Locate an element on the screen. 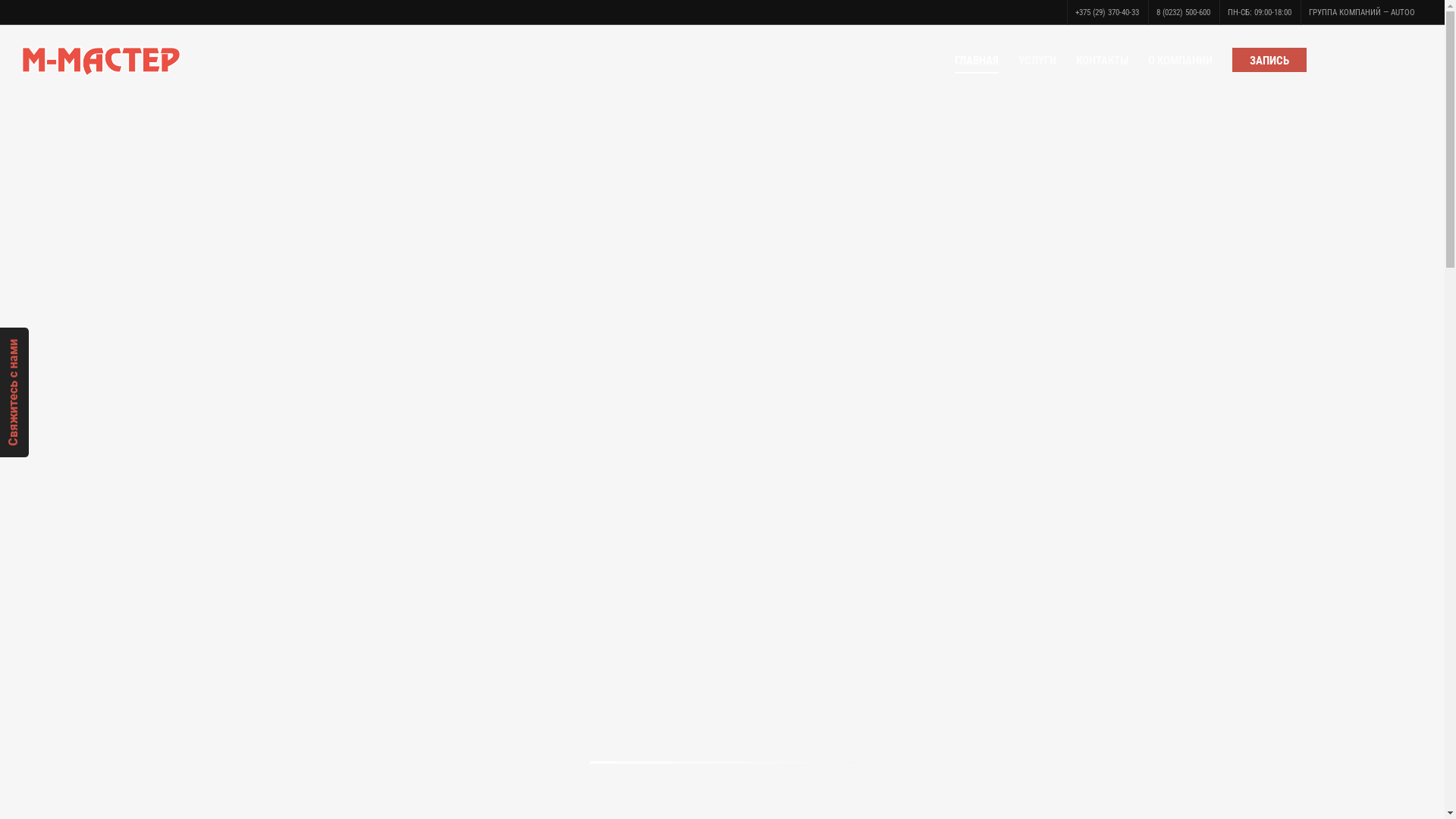 Image resolution: width=1456 pixels, height=819 pixels. '8 (0232) 500-600' is located at coordinates (1182, 12).